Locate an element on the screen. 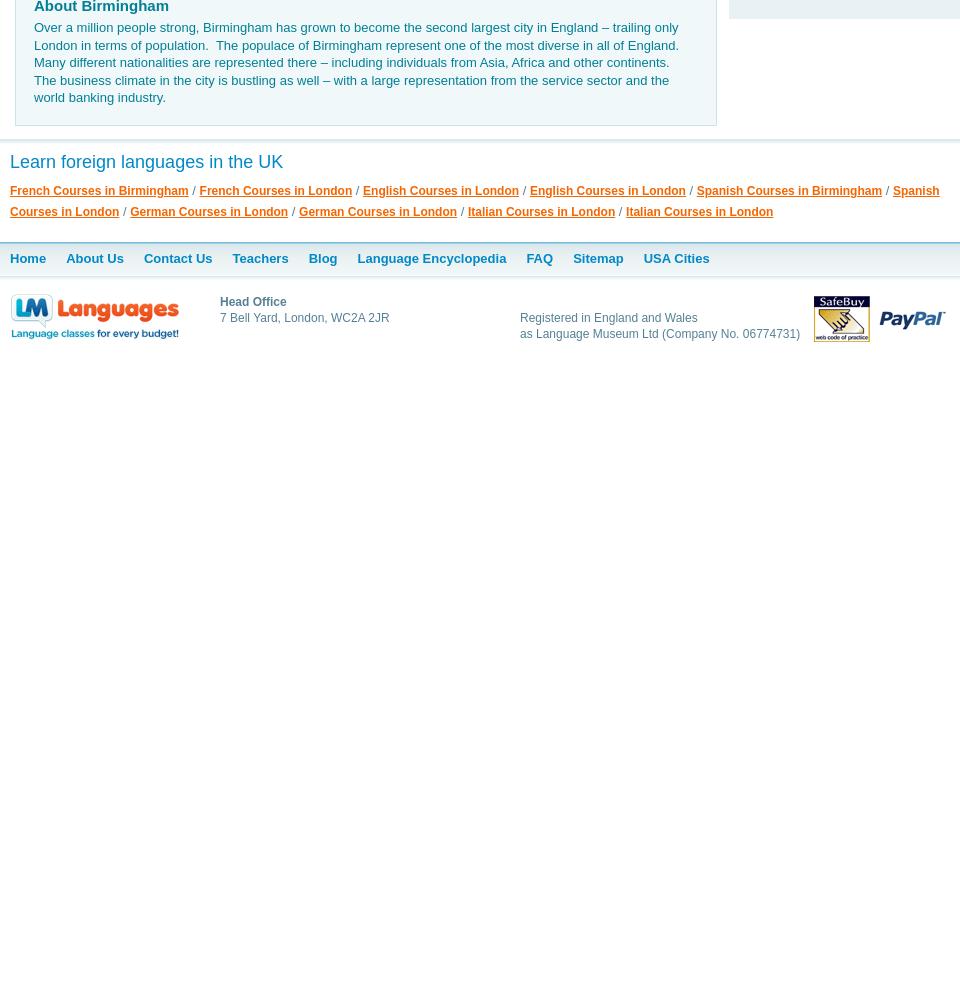 Image resolution: width=960 pixels, height=1000 pixels. 'Spanish Courses in Birmingham' is located at coordinates (696, 189).